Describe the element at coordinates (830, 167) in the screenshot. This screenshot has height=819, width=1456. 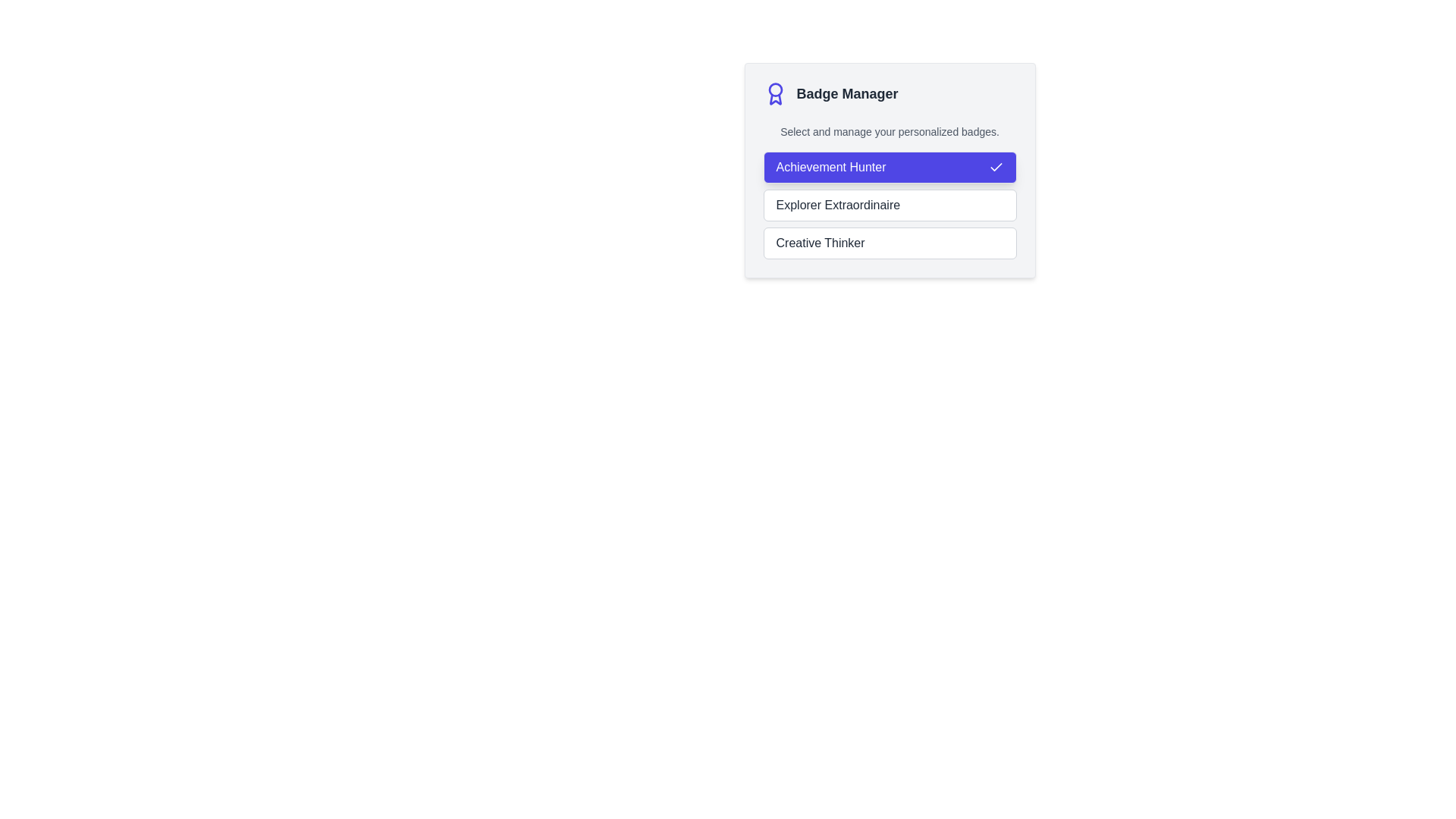
I see `the text label displaying 'Achievement Hunter' in white font against a purple background, located in the upper section of a rectangular purple button` at that location.